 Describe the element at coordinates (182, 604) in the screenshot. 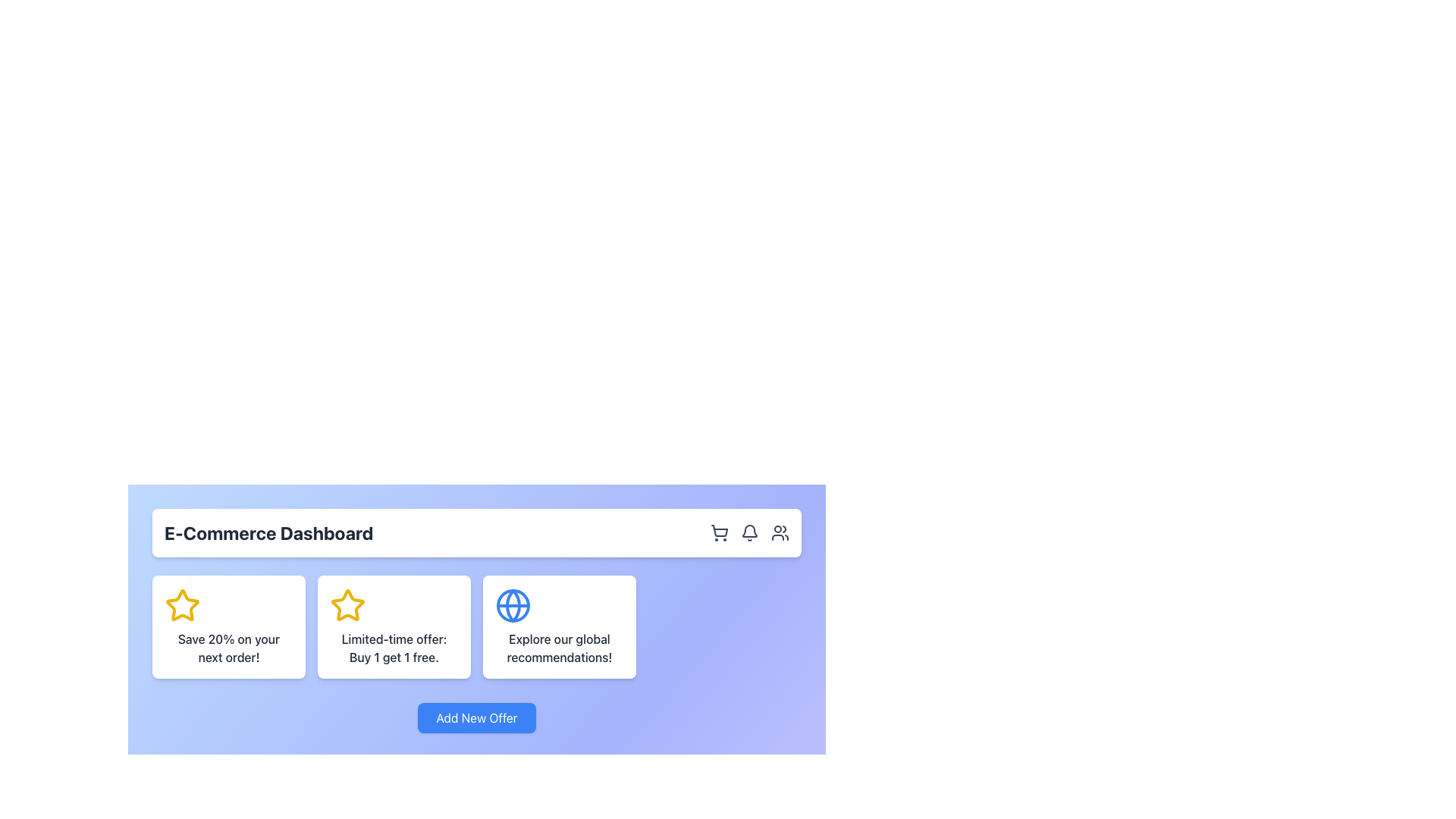

I see `the decorative icon located below the 'Save 20% on your next order!' text and to the left of the star icon associated with 'Limited-time offer: Buy 1 get 1 free.'` at that location.